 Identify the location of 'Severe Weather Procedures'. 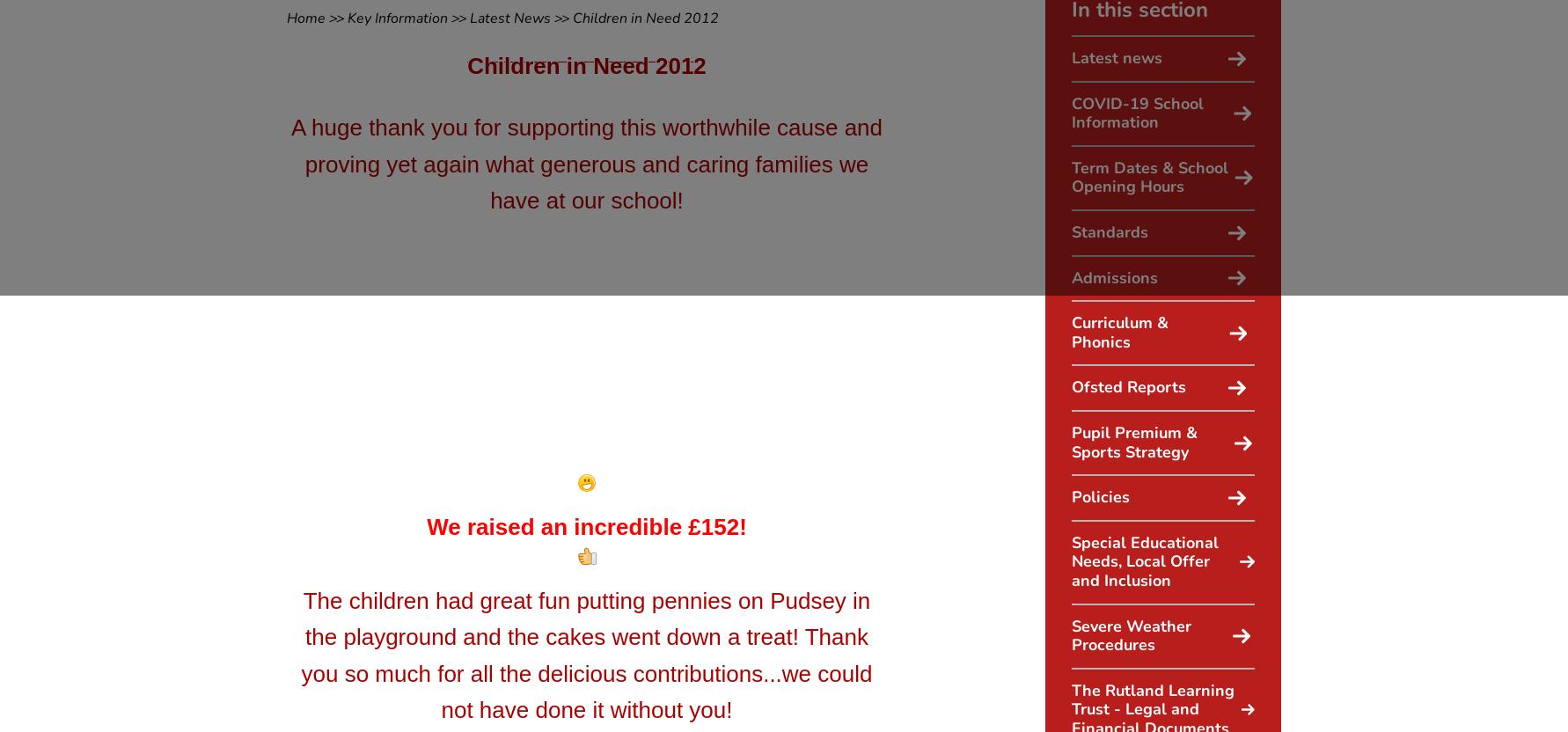
(1070, 634).